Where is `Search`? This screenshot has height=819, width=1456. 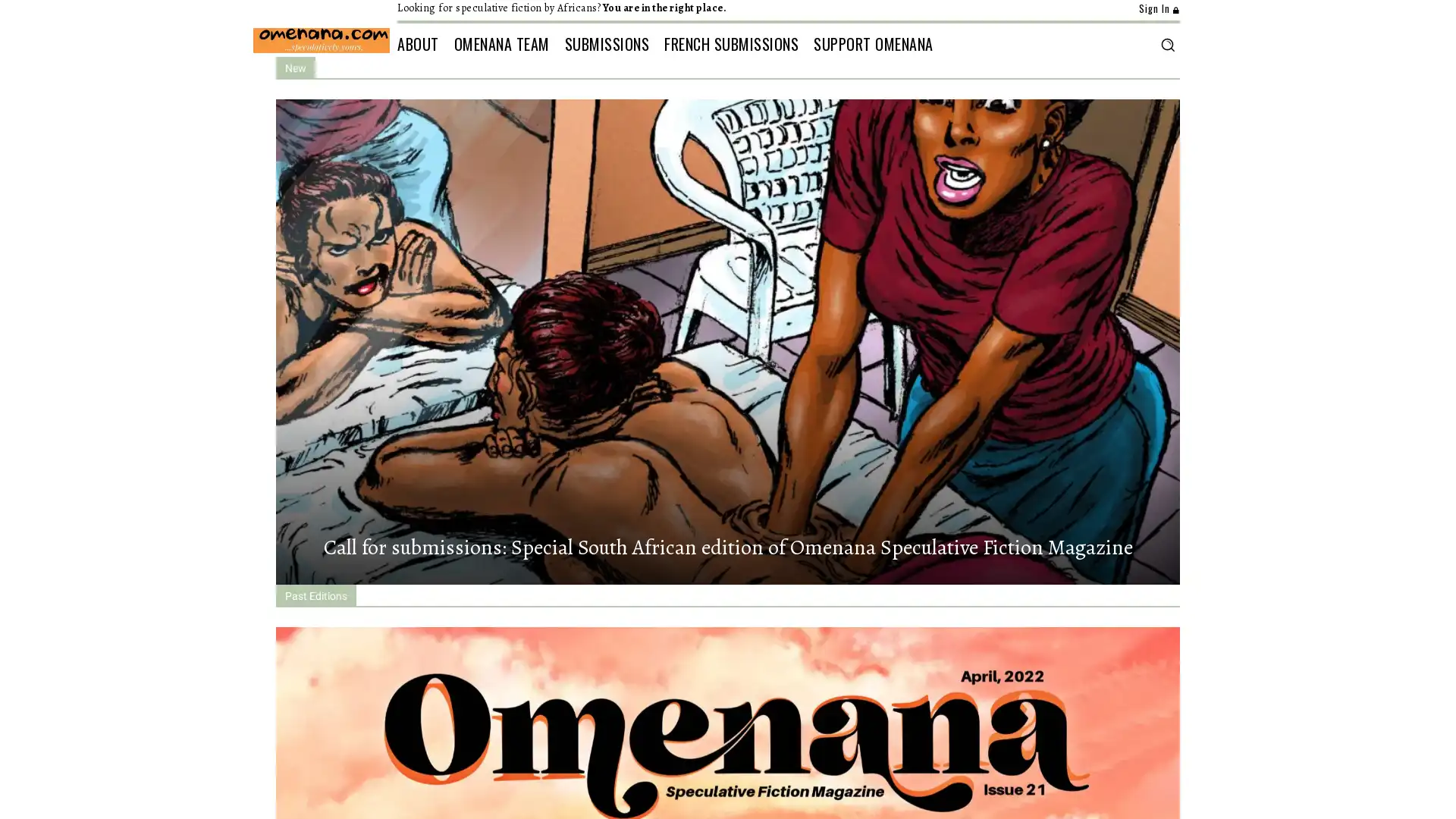
Search is located at coordinates (1166, 43).